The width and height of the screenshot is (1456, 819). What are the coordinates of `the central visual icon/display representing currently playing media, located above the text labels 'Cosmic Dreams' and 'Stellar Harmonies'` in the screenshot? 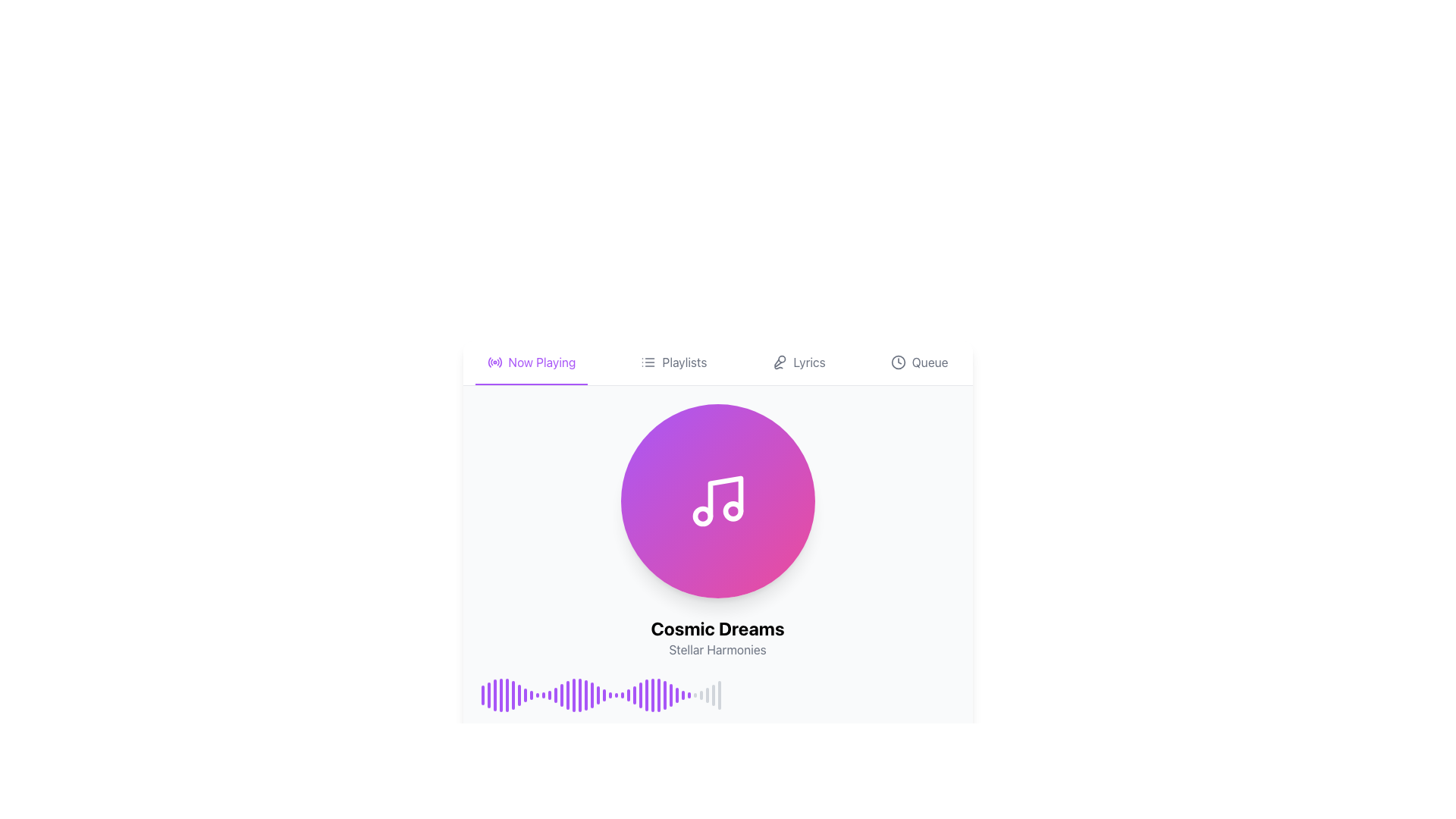 It's located at (717, 500).